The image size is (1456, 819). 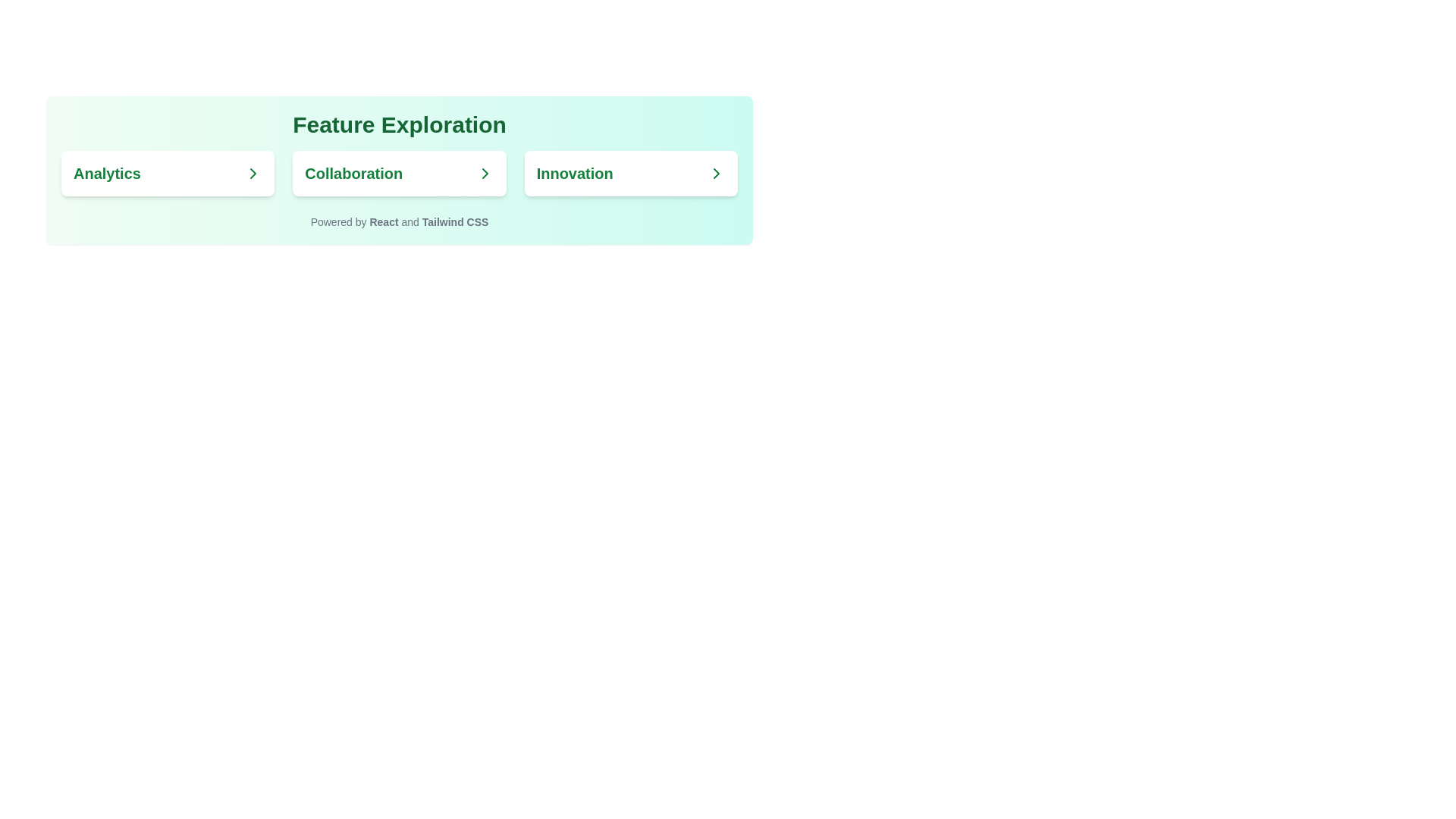 What do you see at coordinates (168, 172) in the screenshot?
I see `the 'Analytics' interactive card, which is the leftmost card in a horizontal group of three cards, to apply transform effects` at bounding box center [168, 172].